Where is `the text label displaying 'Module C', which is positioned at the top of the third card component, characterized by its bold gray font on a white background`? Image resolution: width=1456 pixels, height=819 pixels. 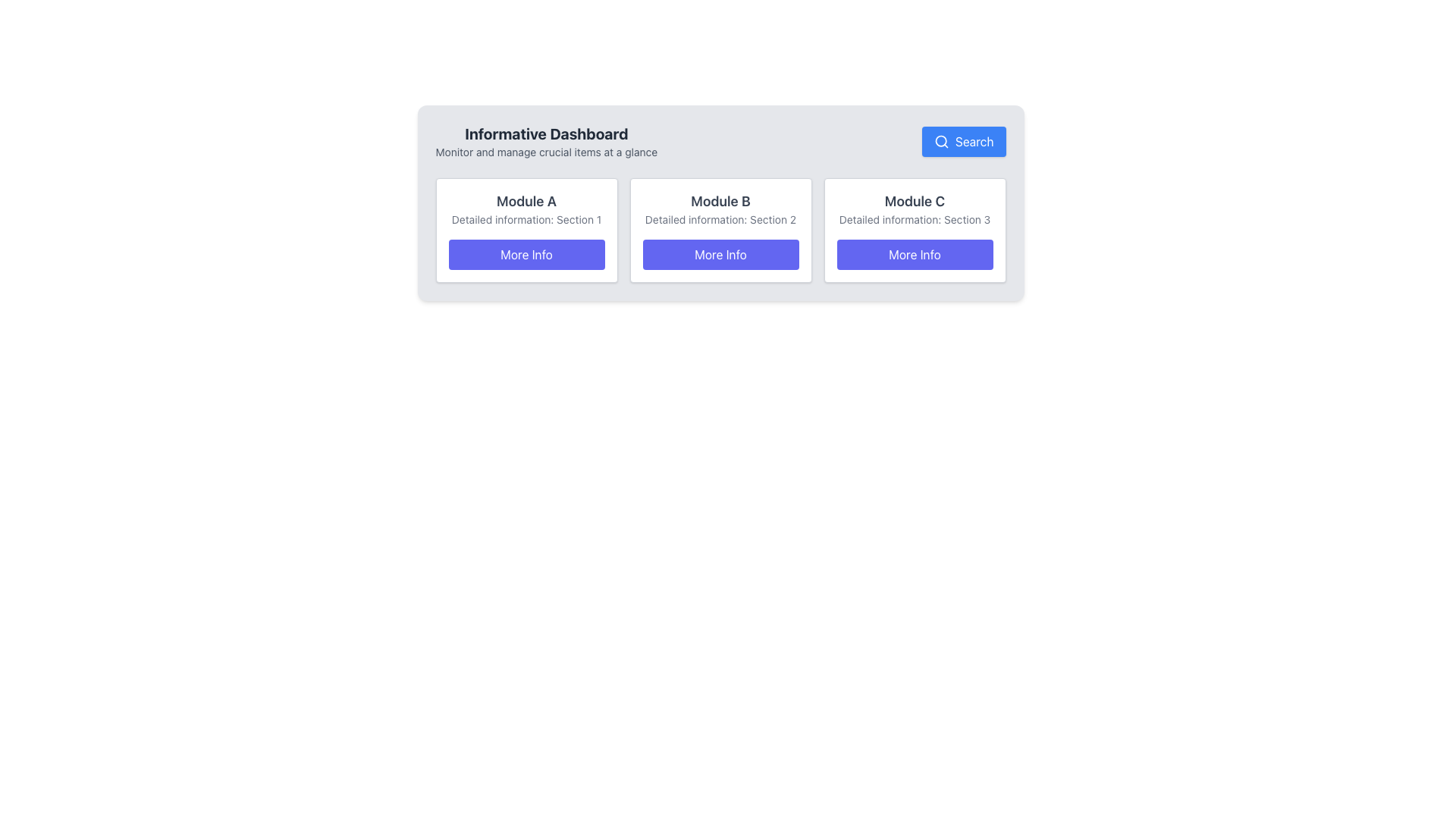 the text label displaying 'Module C', which is positioned at the top of the third card component, characterized by its bold gray font on a white background is located at coordinates (914, 201).